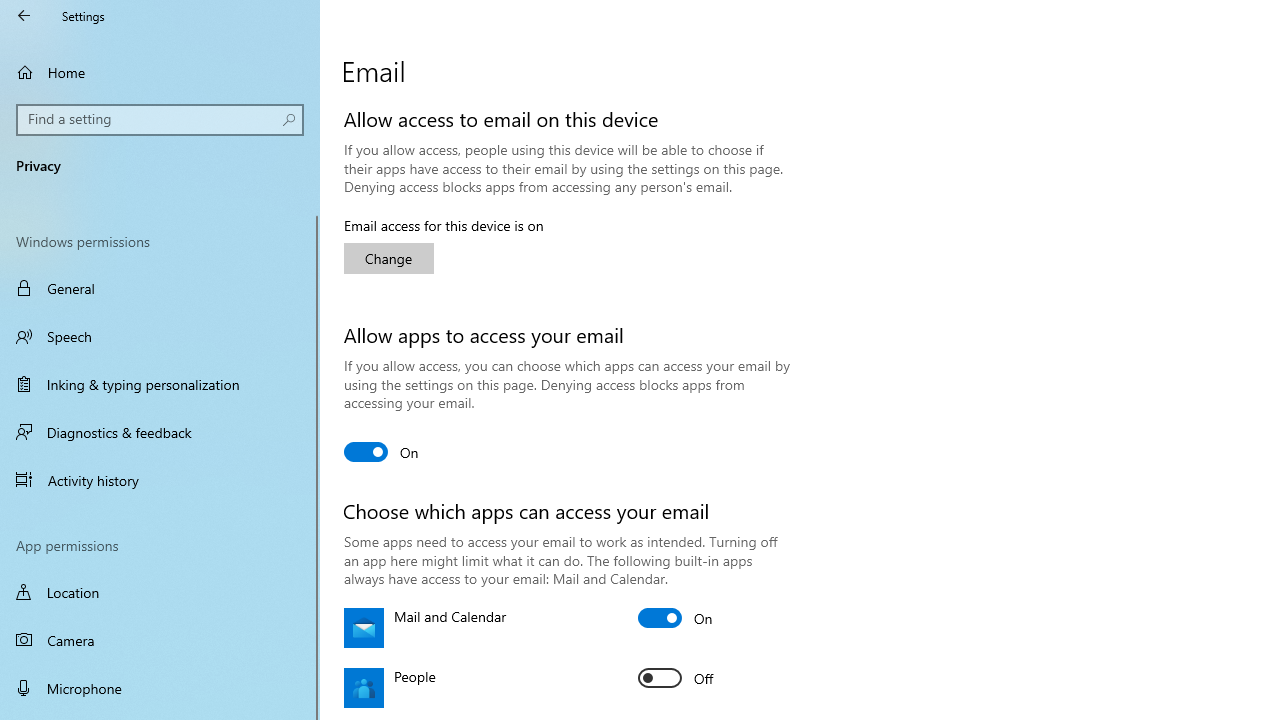 The width and height of the screenshot is (1280, 720). Describe the element at coordinates (160, 288) in the screenshot. I see `'General'` at that location.